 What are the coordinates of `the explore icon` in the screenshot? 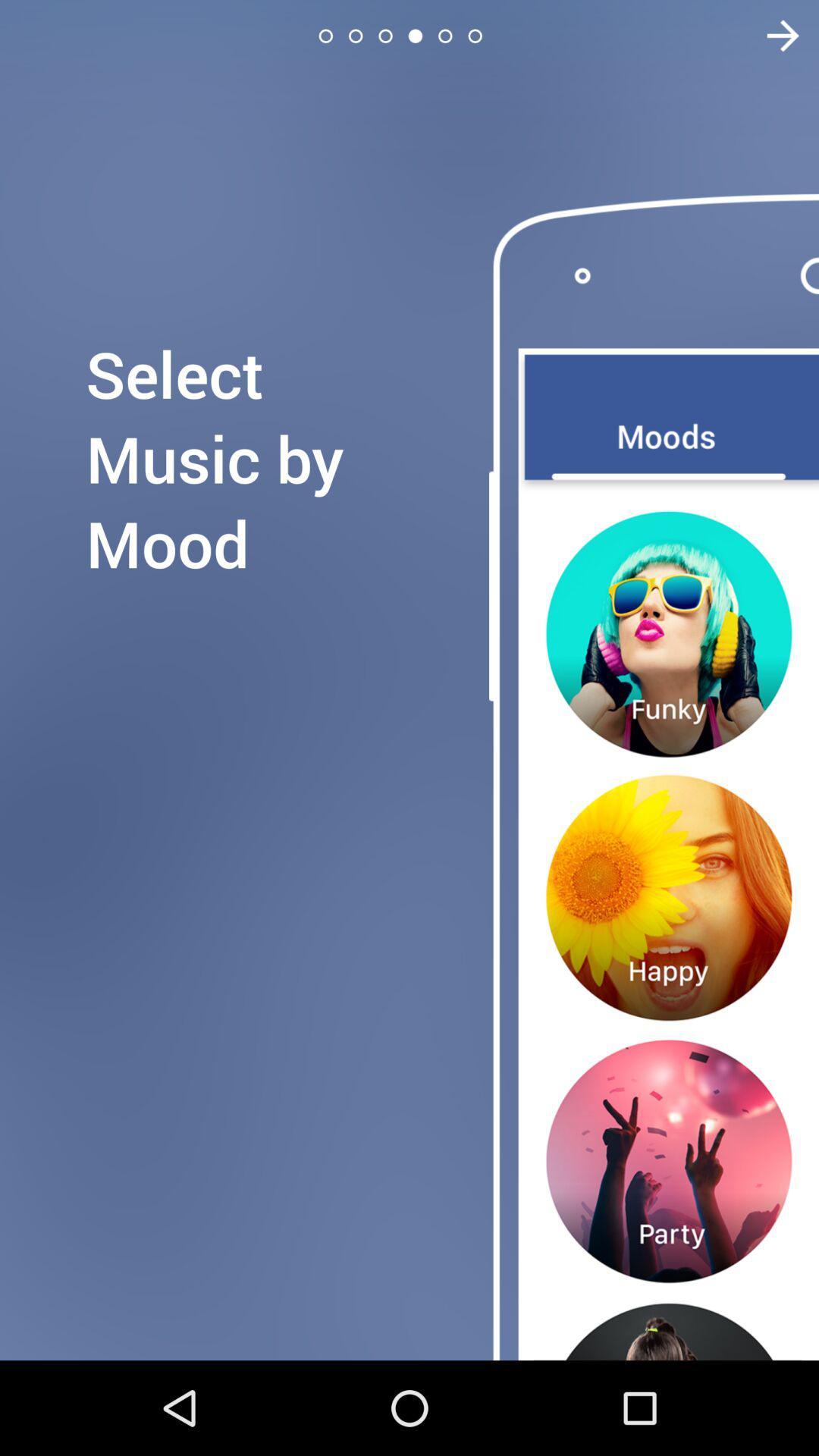 It's located at (773, 36).